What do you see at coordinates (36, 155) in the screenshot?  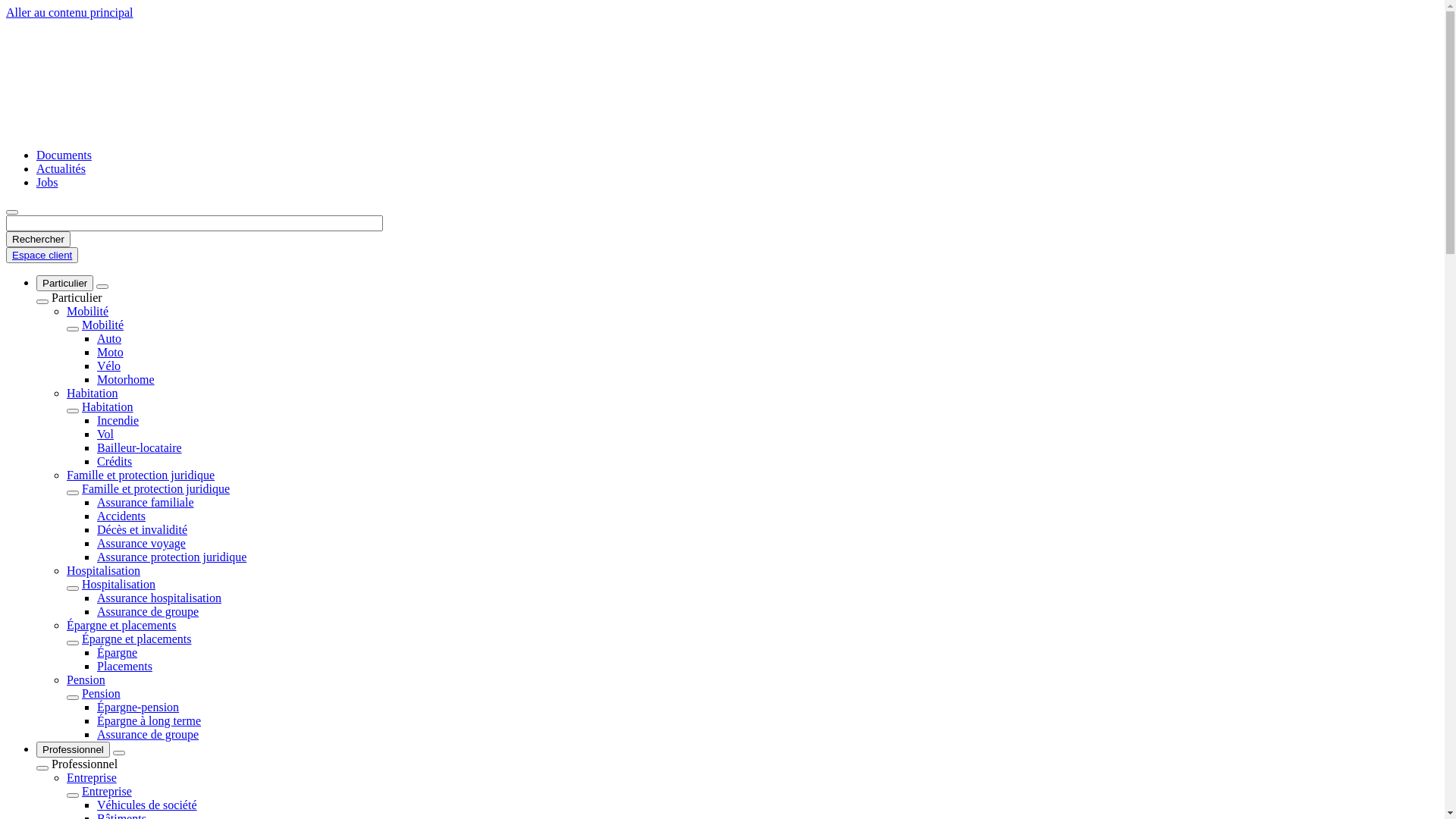 I see `'Documents'` at bounding box center [36, 155].